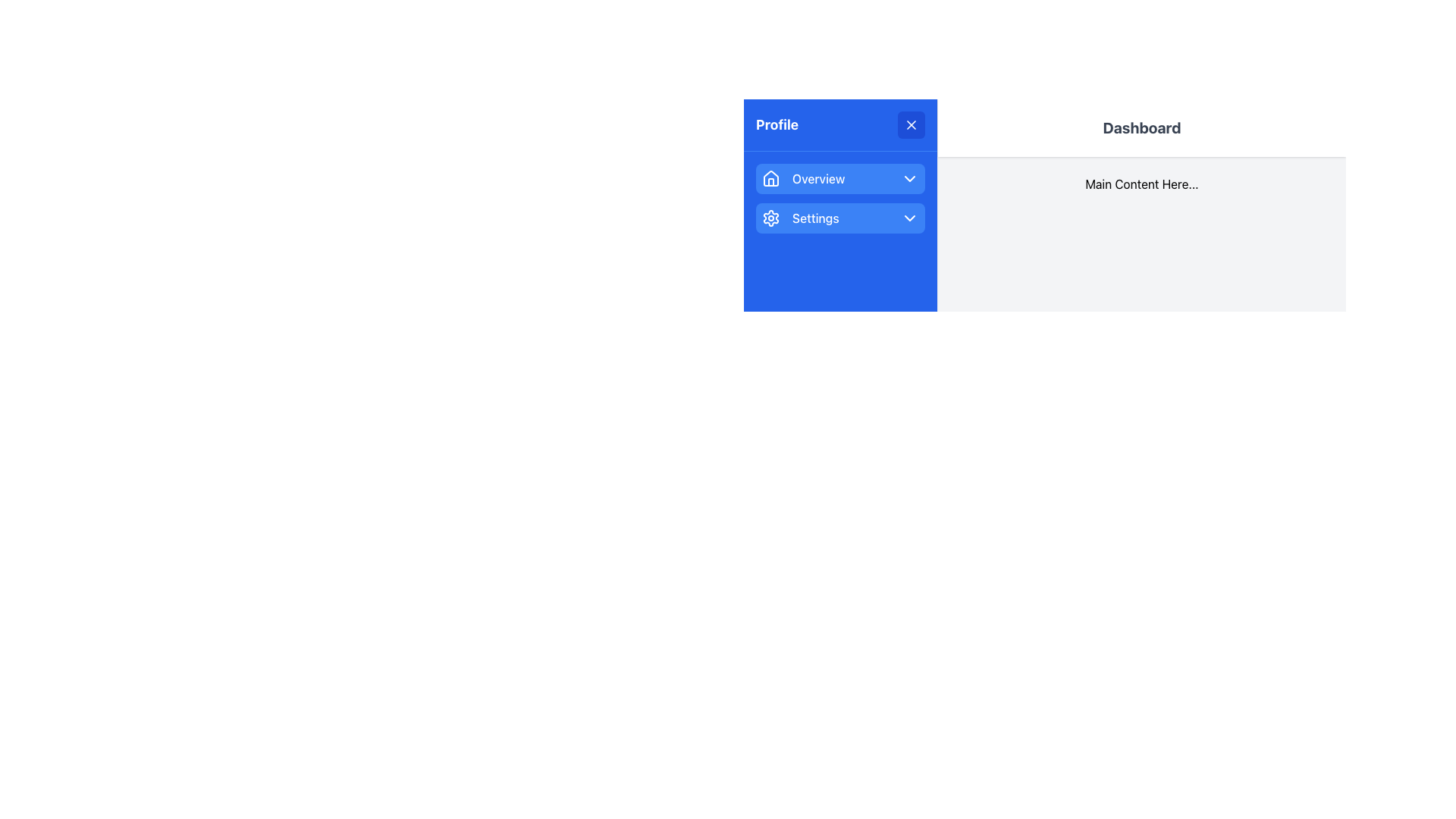  Describe the element at coordinates (910, 218) in the screenshot. I see `the chevron icon indicating a dropdown menu for the 'Settings' option, which is positioned on the far right of the 'Settings' menu item` at that location.